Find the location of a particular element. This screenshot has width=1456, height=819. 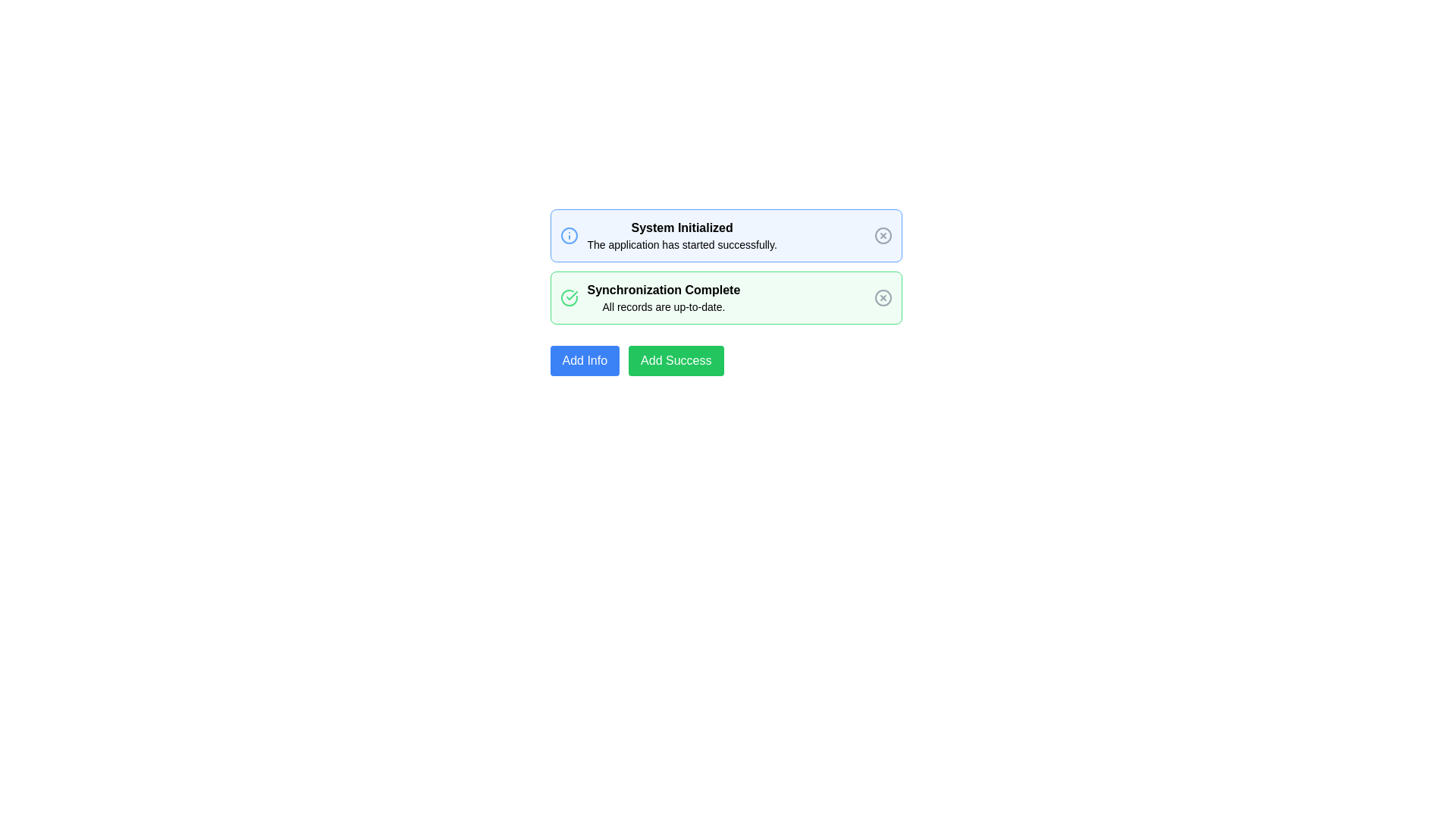

the interactive close button located at the far right of the green-highlighted notification bar titled 'Synchronization Complete' is located at coordinates (883, 298).